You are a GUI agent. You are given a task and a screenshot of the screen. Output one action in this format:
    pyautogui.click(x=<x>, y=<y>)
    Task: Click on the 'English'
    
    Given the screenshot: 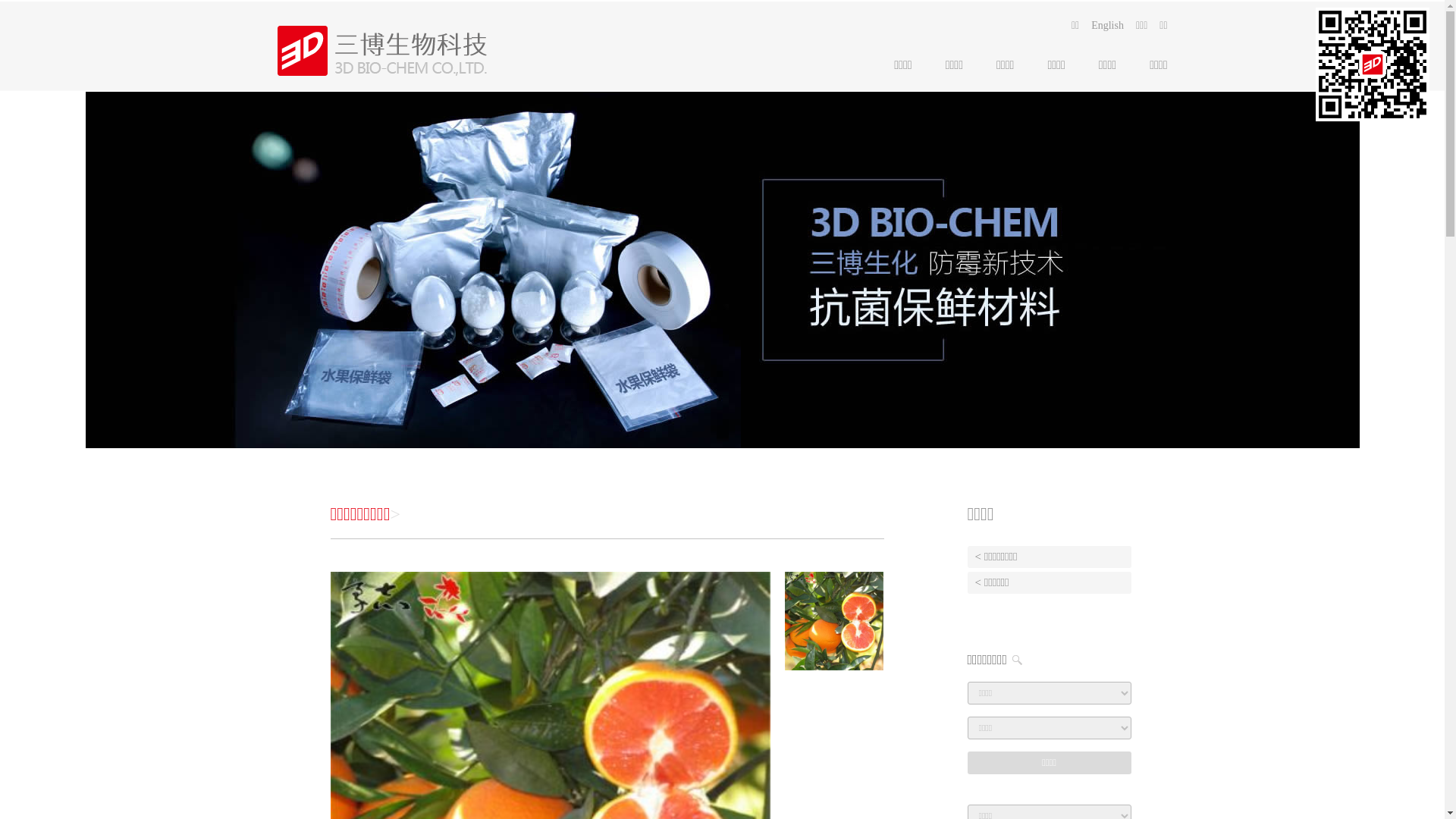 What is the action you would take?
    pyautogui.click(x=1107, y=26)
    